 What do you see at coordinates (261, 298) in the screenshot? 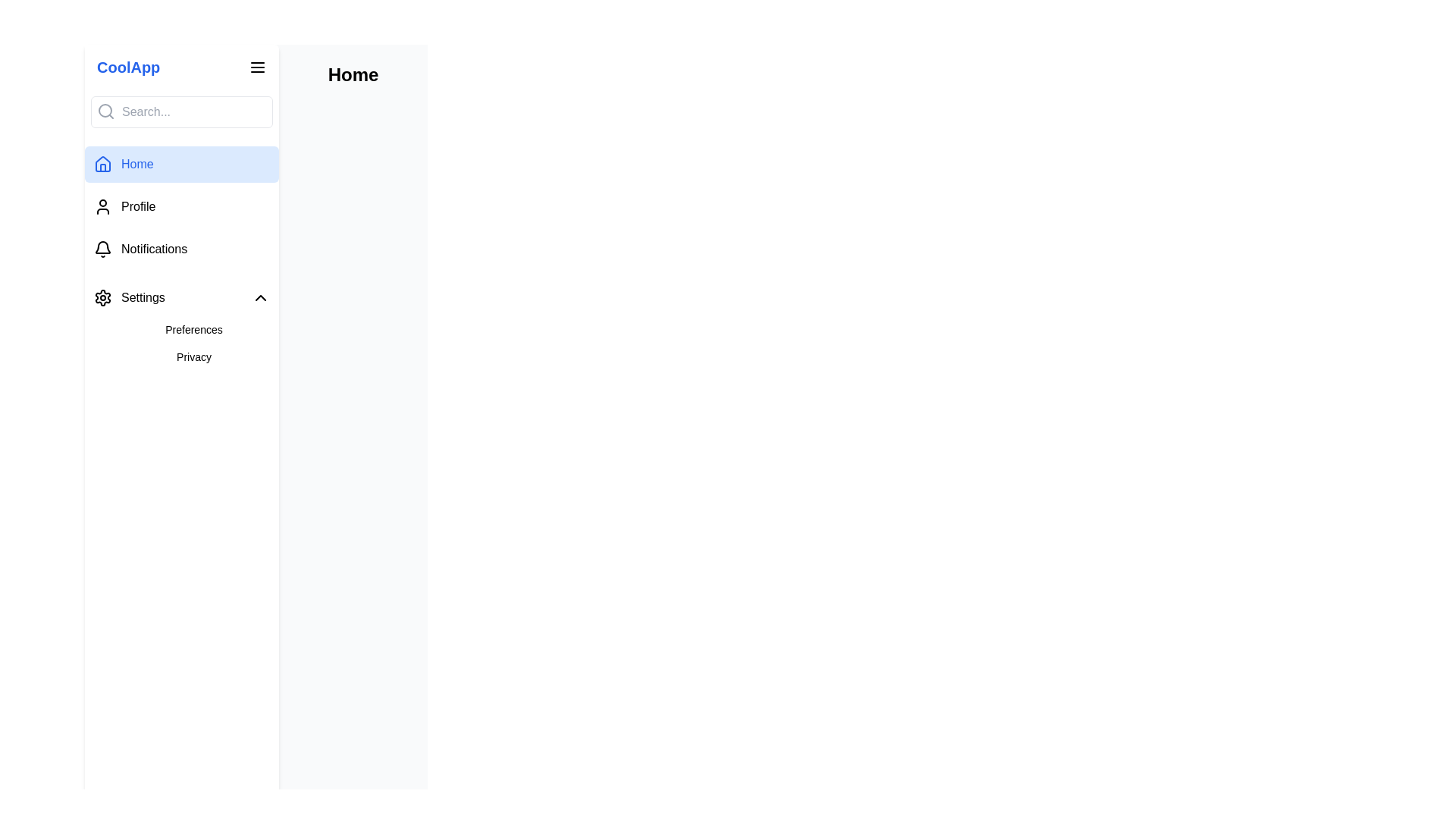
I see `the small upward-pointing chevron icon located to the right of the 'Settings' text in the left sidebar` at bounding box center [261, 298].